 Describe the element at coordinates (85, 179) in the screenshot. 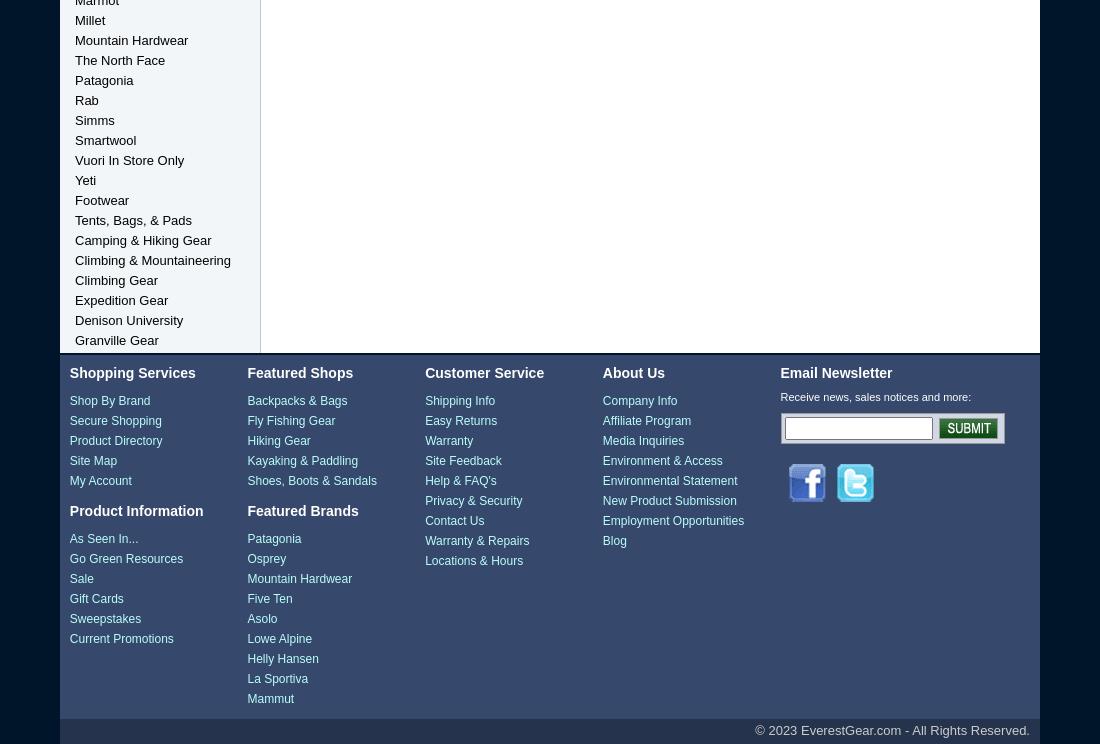

I see `'Yeti'` at that location.